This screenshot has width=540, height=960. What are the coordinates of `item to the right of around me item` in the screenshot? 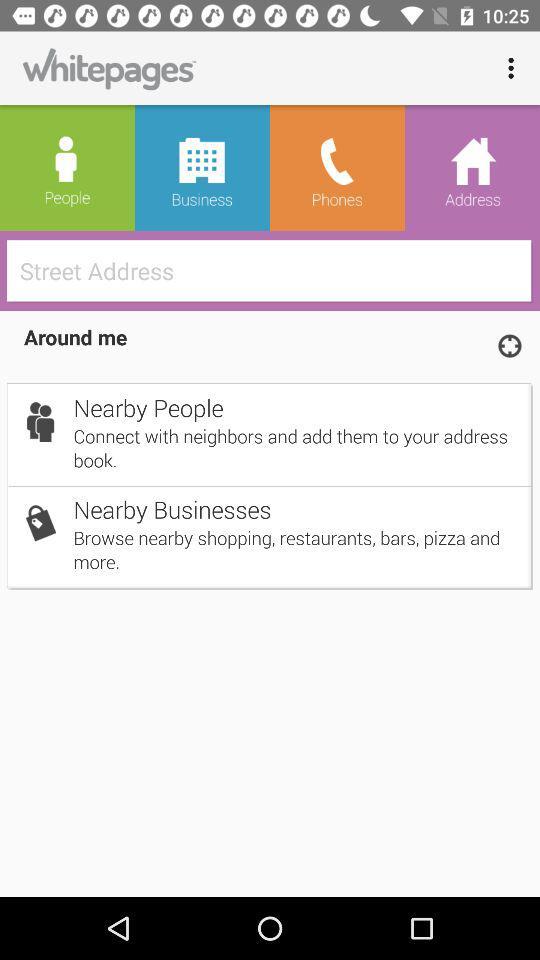 It's located at (509, 345).